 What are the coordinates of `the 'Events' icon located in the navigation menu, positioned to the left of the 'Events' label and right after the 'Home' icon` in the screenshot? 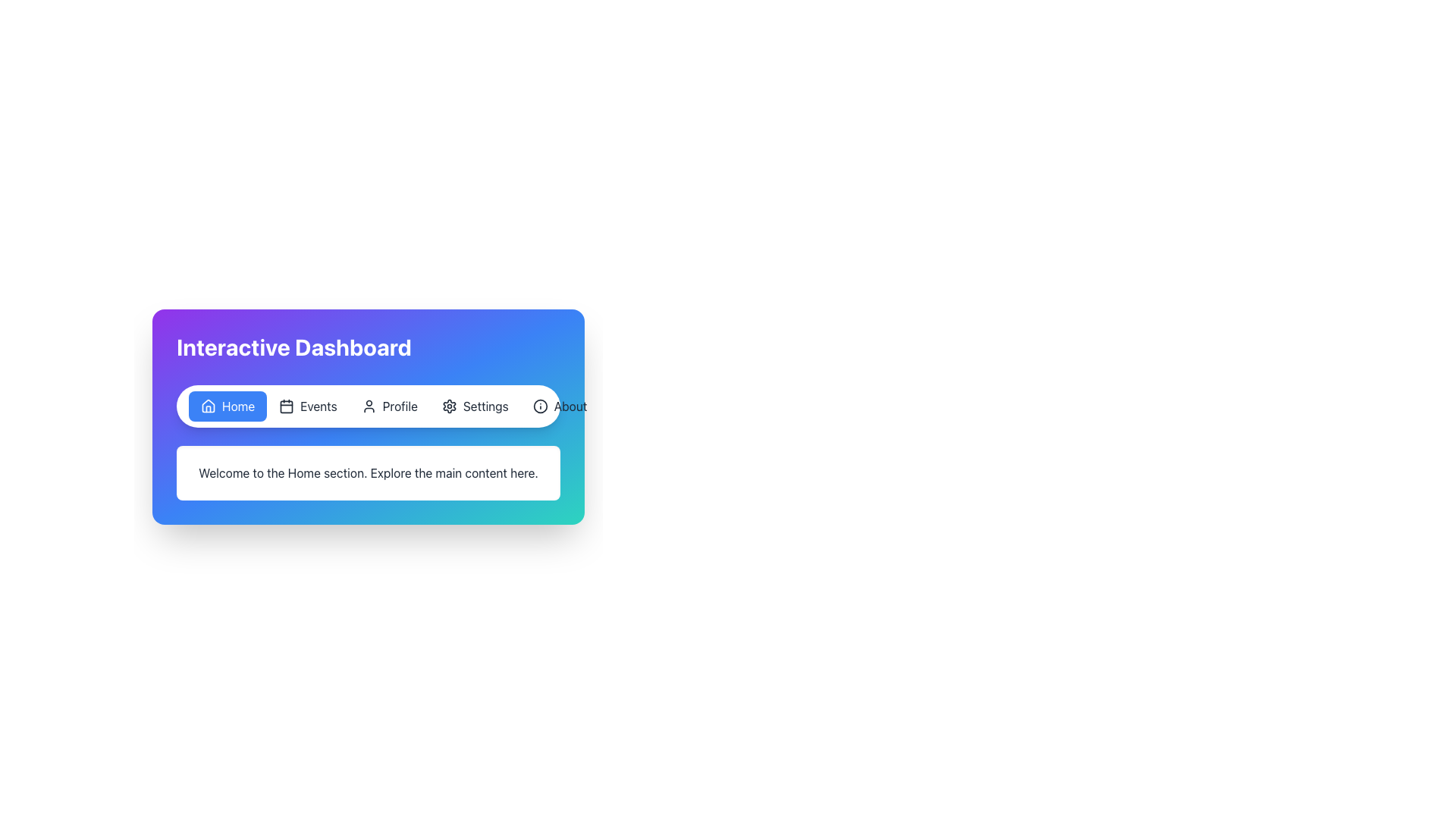 It's located at (287, 406).